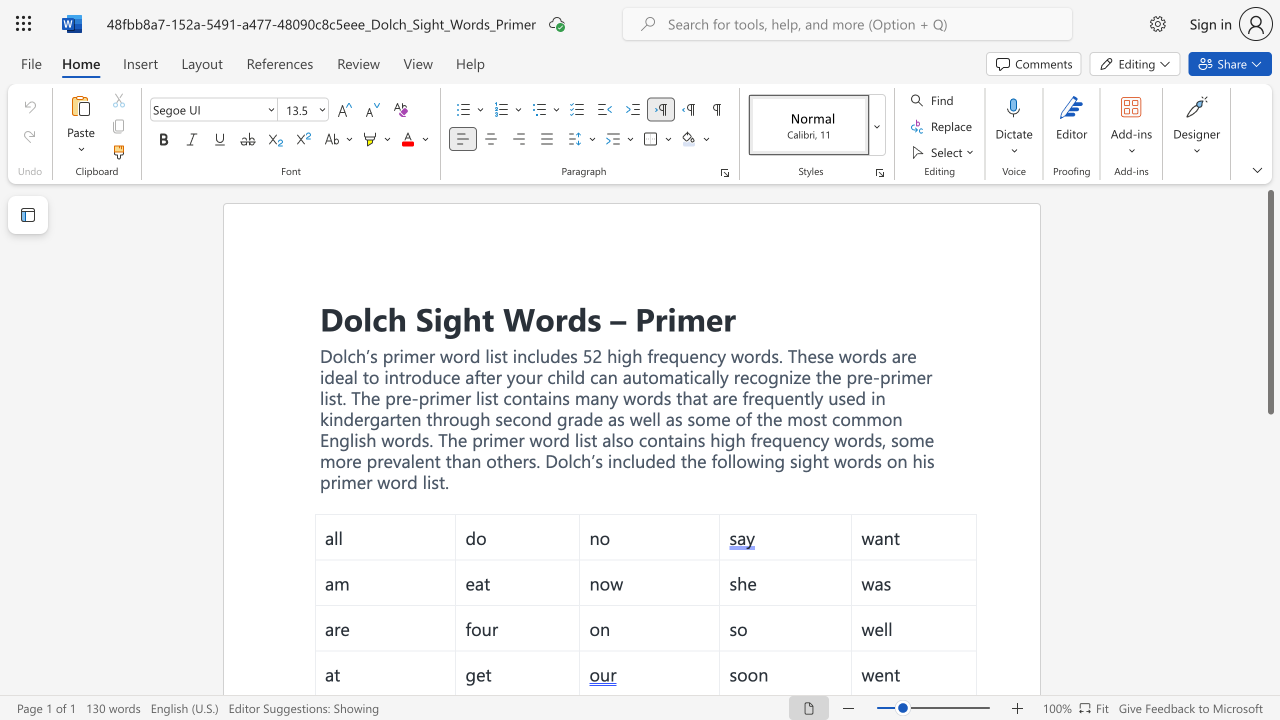 This screenshot has height=720, width=1280. Describe the element at coordinates (437, 317) in the screenshot. I see `the 1th character "i" in the text` at that location.